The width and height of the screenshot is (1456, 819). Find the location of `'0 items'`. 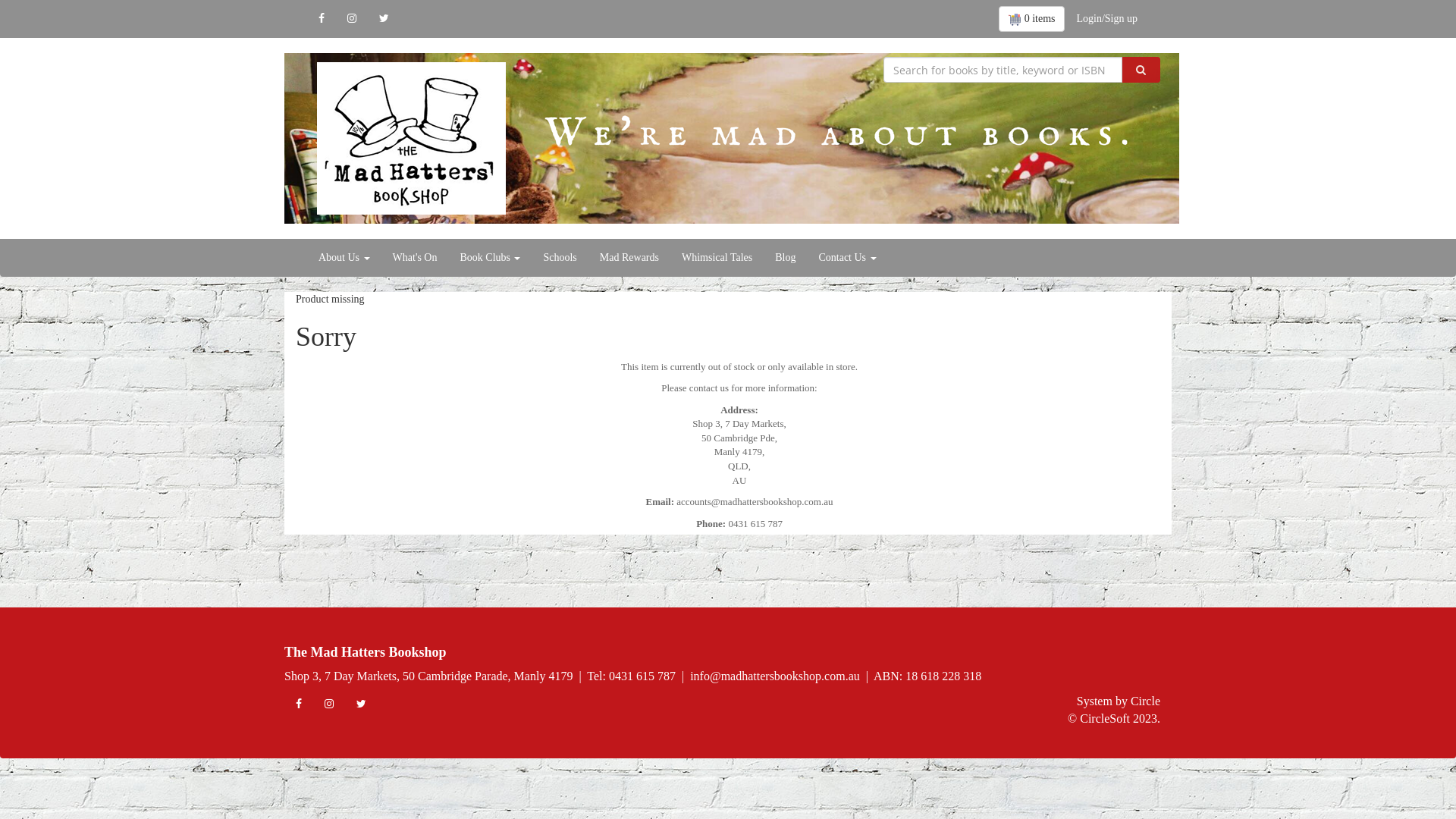

'0 items' is located at coordinates (1031, 18).